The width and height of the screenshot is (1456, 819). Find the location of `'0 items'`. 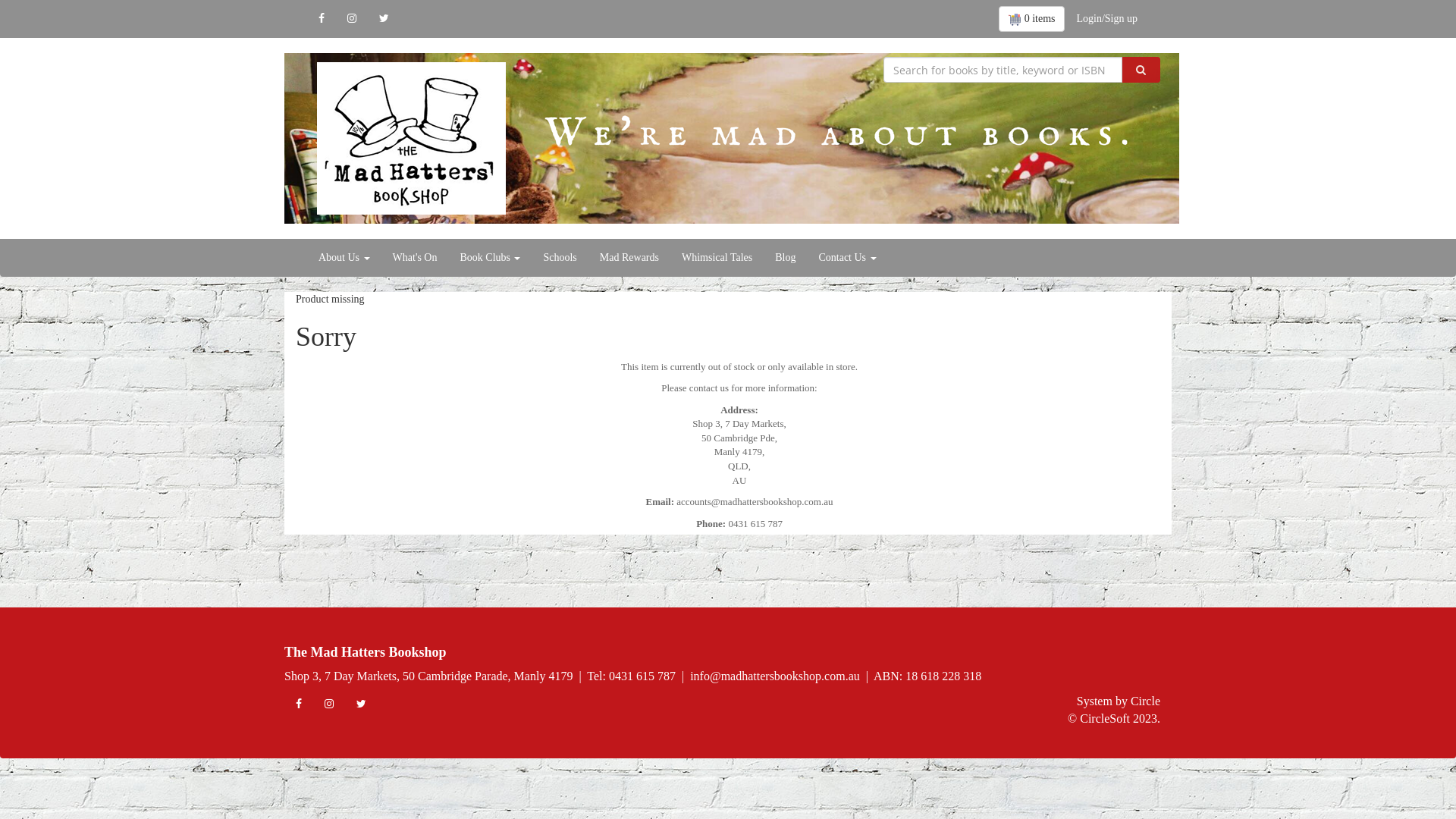

'0 items' is located at coordinates (1031, 18).